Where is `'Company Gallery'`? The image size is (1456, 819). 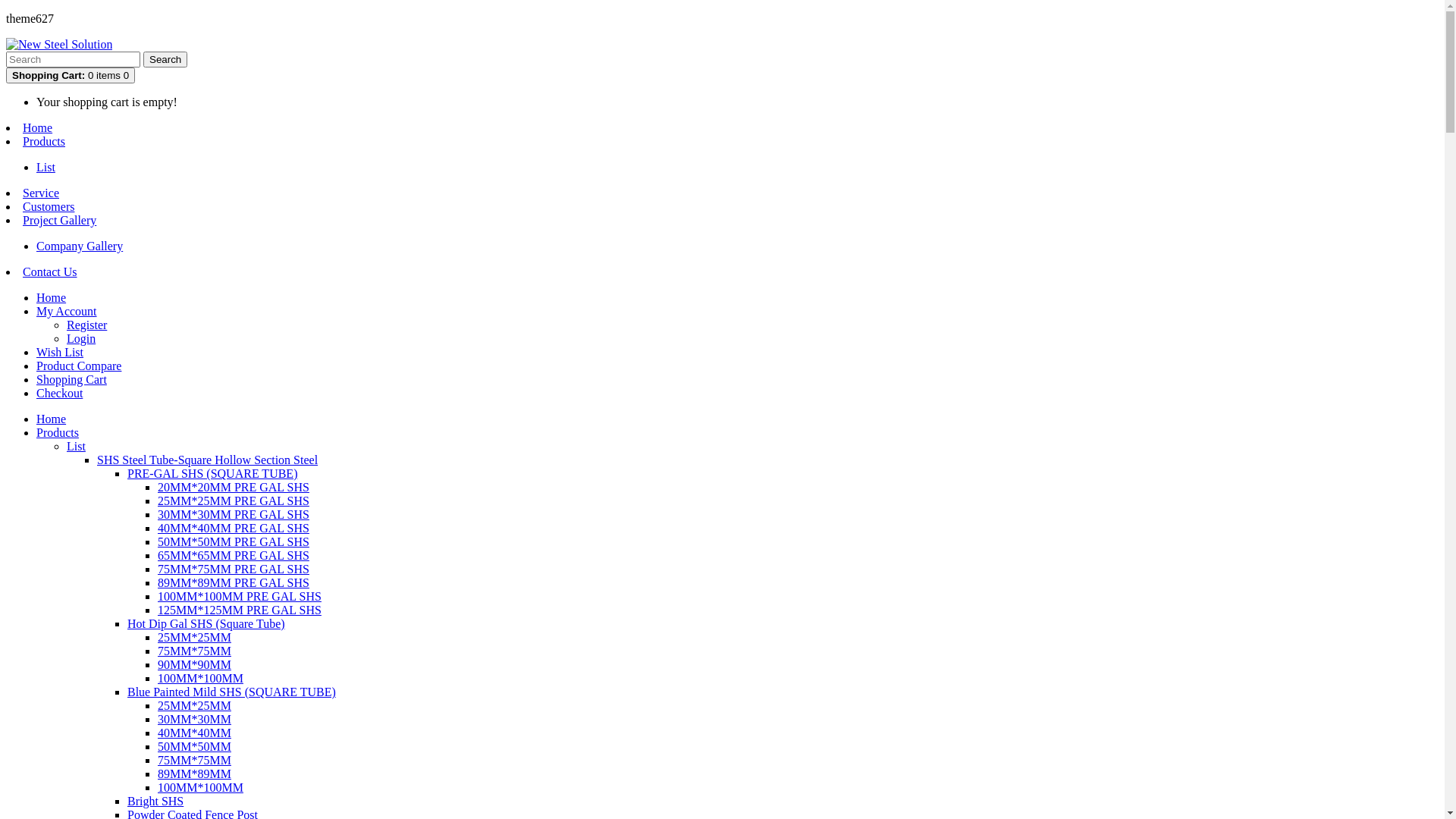
'Company Gallery' is located at coordinates (79, 245).